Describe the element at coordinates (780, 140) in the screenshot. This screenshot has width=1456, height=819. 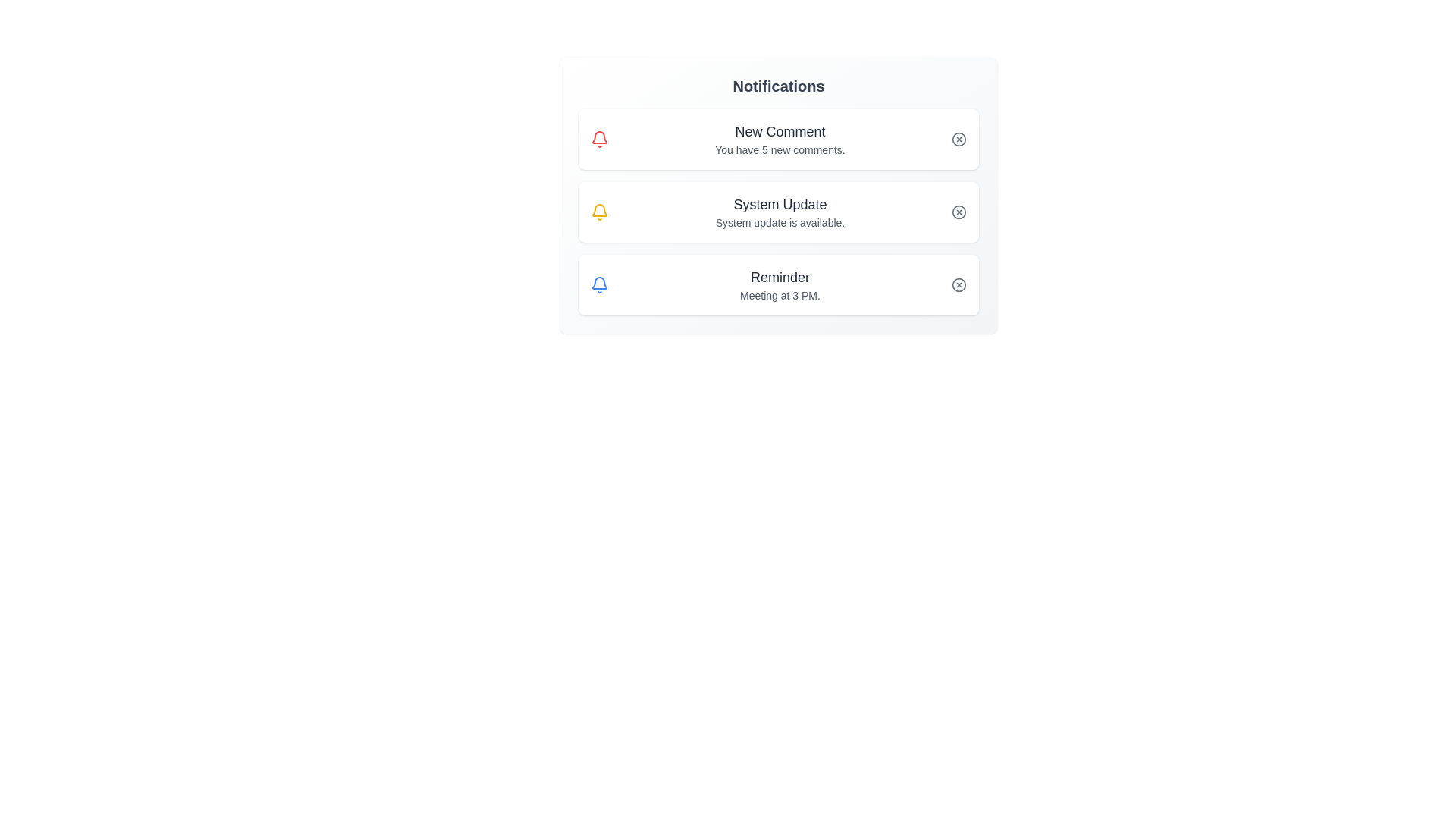
I see `notification text from the text block that displays 'New Comment' and 'You have 5 new comments.' located in the first notification box from the top` at that location.